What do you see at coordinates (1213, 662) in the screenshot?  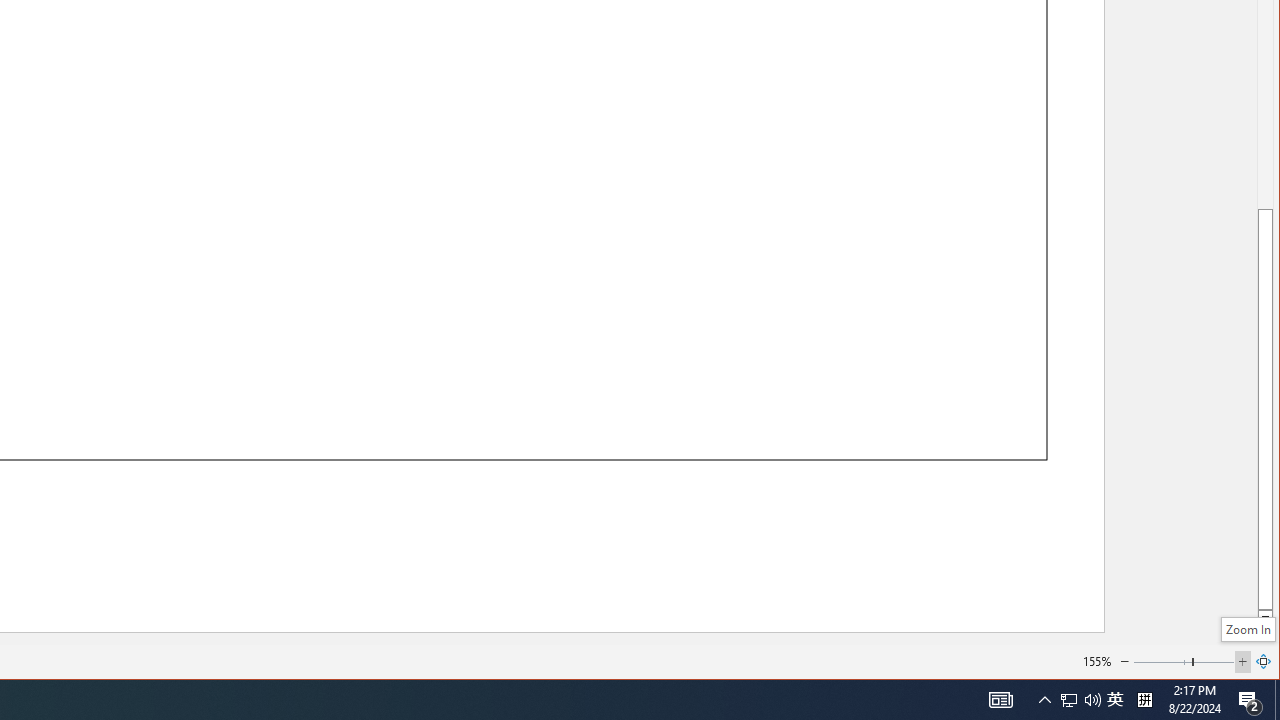 I see `'Page right'` at bounding box center [1213, 662].